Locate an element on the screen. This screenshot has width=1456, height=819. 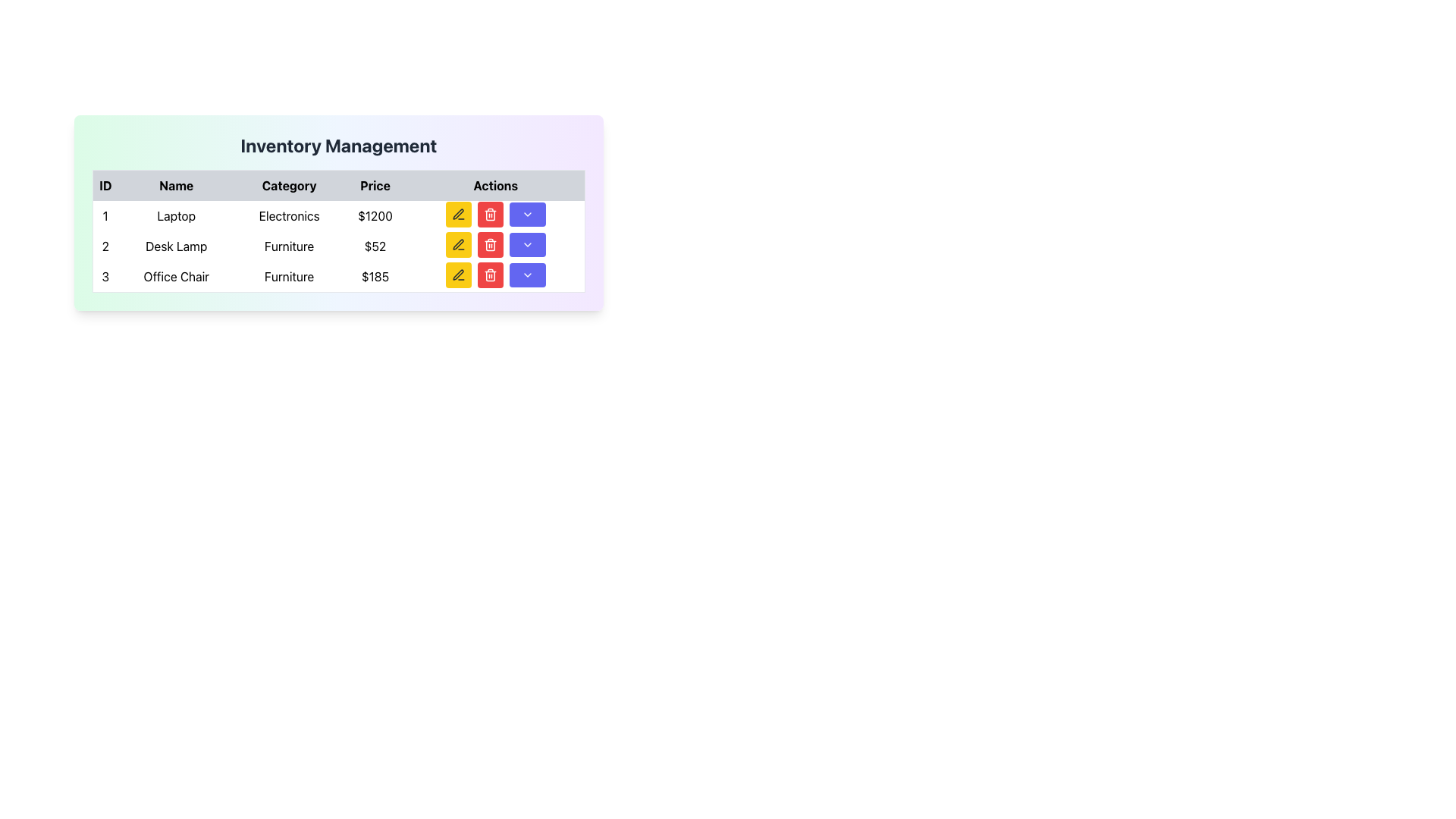
the 'Price' label, which is a bold black text centered in a light gray rectangular cell in the header row is located at coordinates (375, 184).